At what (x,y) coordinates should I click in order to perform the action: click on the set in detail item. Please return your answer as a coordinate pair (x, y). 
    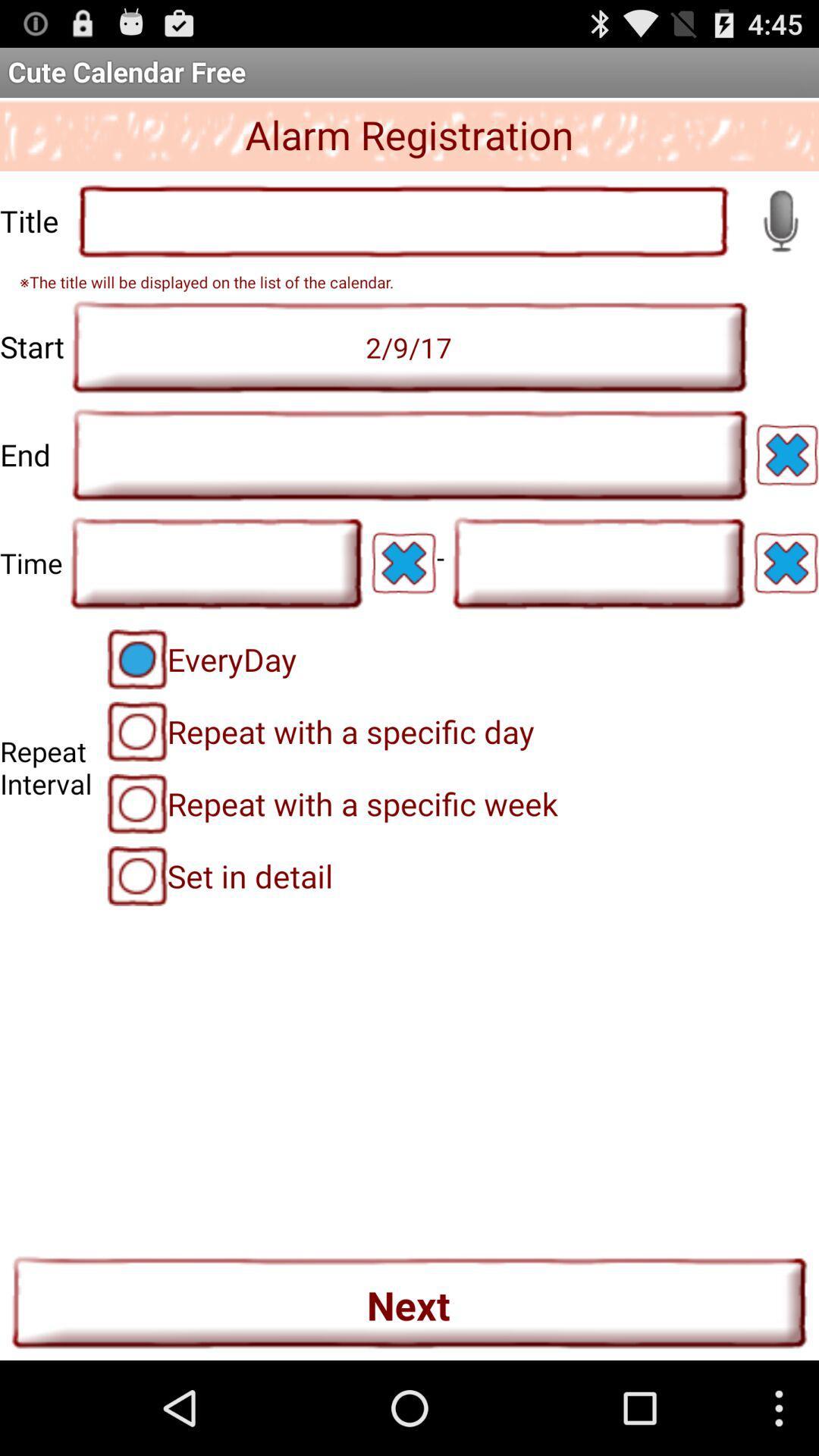
    Looking at the image, I should click on (220, 876).